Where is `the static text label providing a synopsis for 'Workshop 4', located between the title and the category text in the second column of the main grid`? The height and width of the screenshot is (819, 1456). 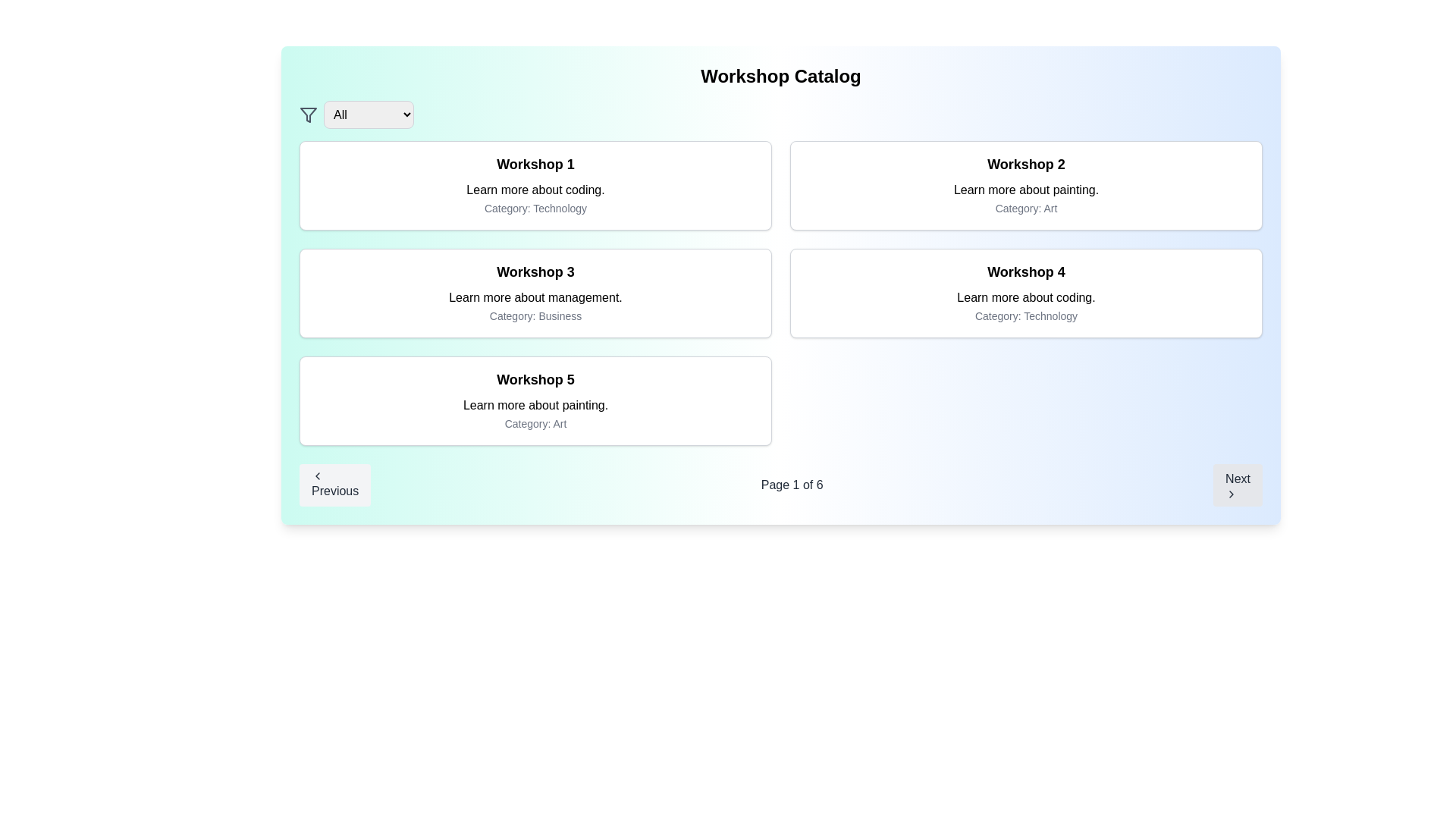 the static text label providing a synopsis for 'Workshop 4', located between the title and the category text in the second column of the main grid is located at coordinates (1026, 298).